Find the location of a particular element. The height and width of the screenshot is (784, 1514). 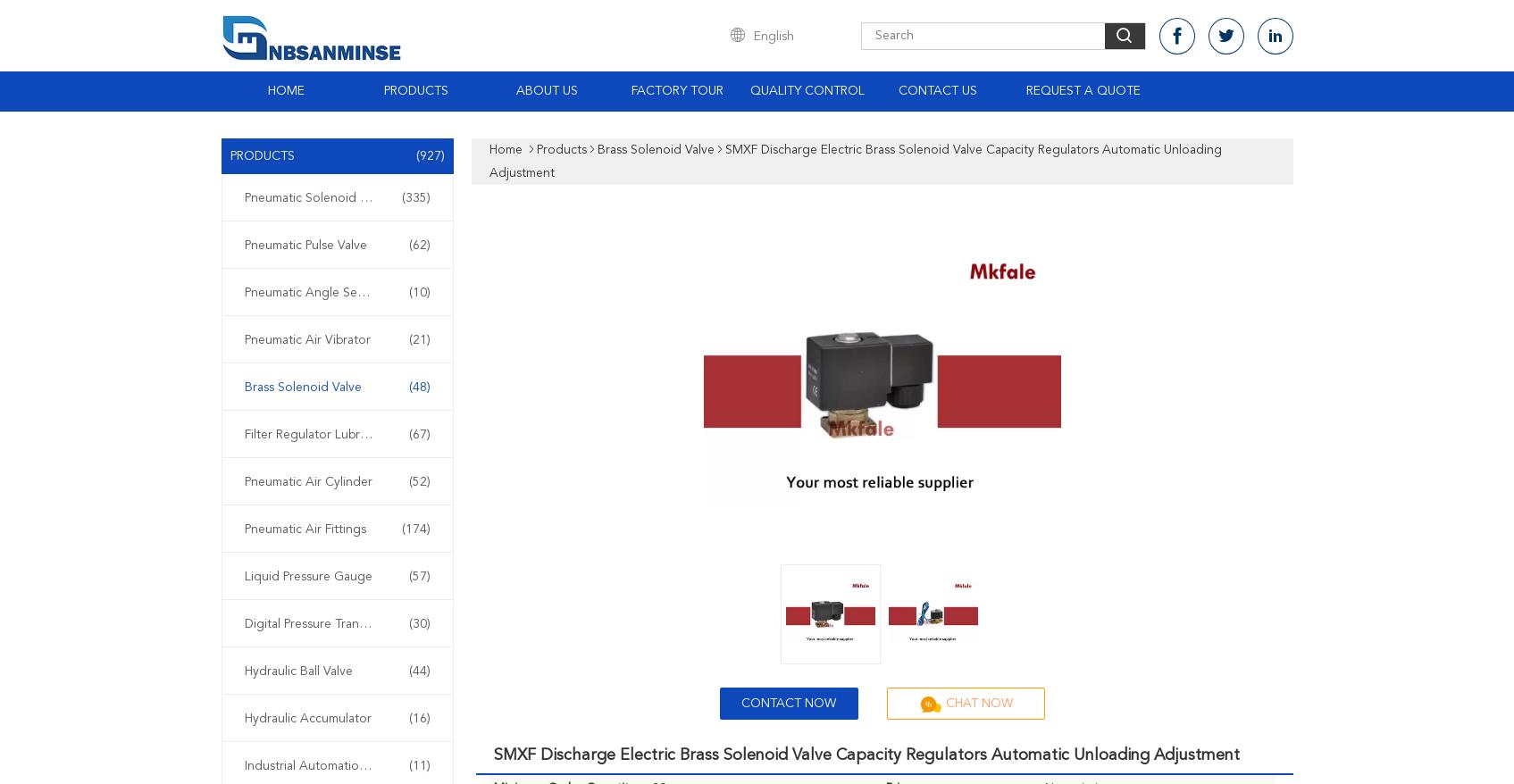

'Industrial Automation Solutions' is located at coordinates (331, 765).